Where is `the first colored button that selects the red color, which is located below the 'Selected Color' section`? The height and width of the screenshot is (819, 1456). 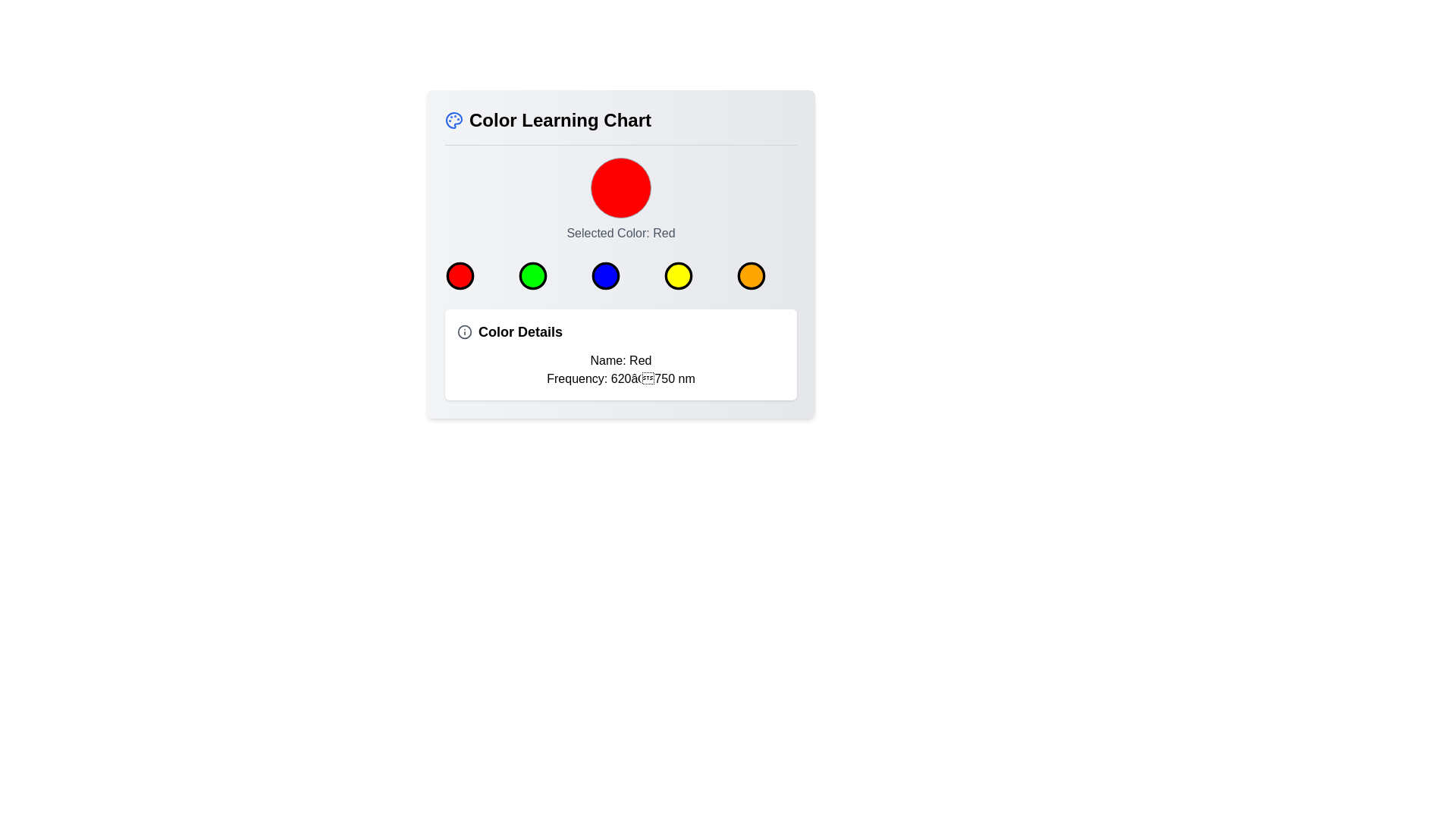 the first colored button that selects the red color, which is located below the 'Selected Color' section is located at coordinates (459, 275).